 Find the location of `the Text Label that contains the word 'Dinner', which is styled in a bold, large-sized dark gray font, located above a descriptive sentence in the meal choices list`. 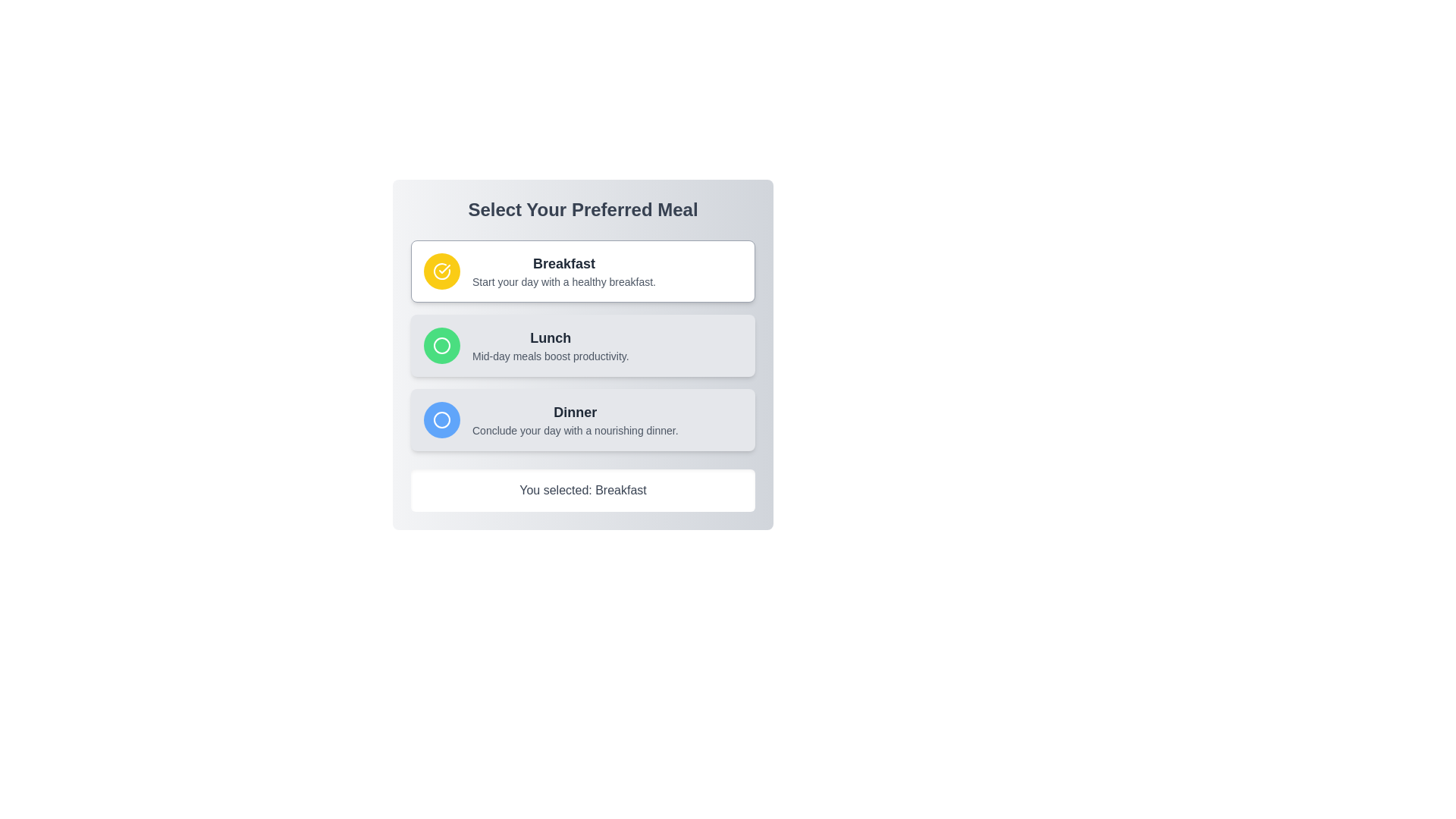

the Text Label that contains the word 'Dinner', which is styled in a bold, large-sized dark gray font, located above a descriptive sentence in the meal choices list is located at coordinates (574, 412).